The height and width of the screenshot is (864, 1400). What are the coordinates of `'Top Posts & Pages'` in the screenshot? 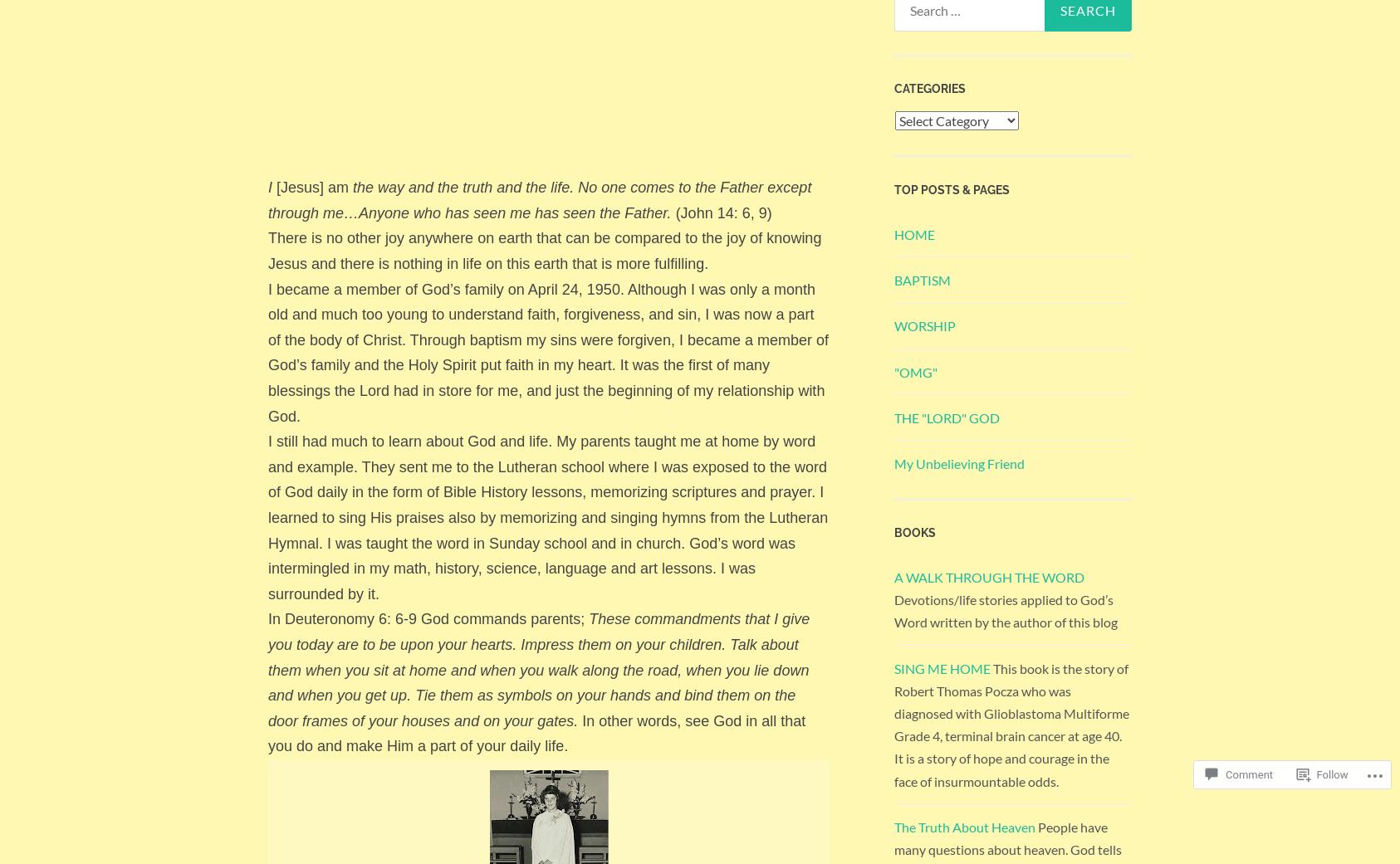 It's located at (894, 188).